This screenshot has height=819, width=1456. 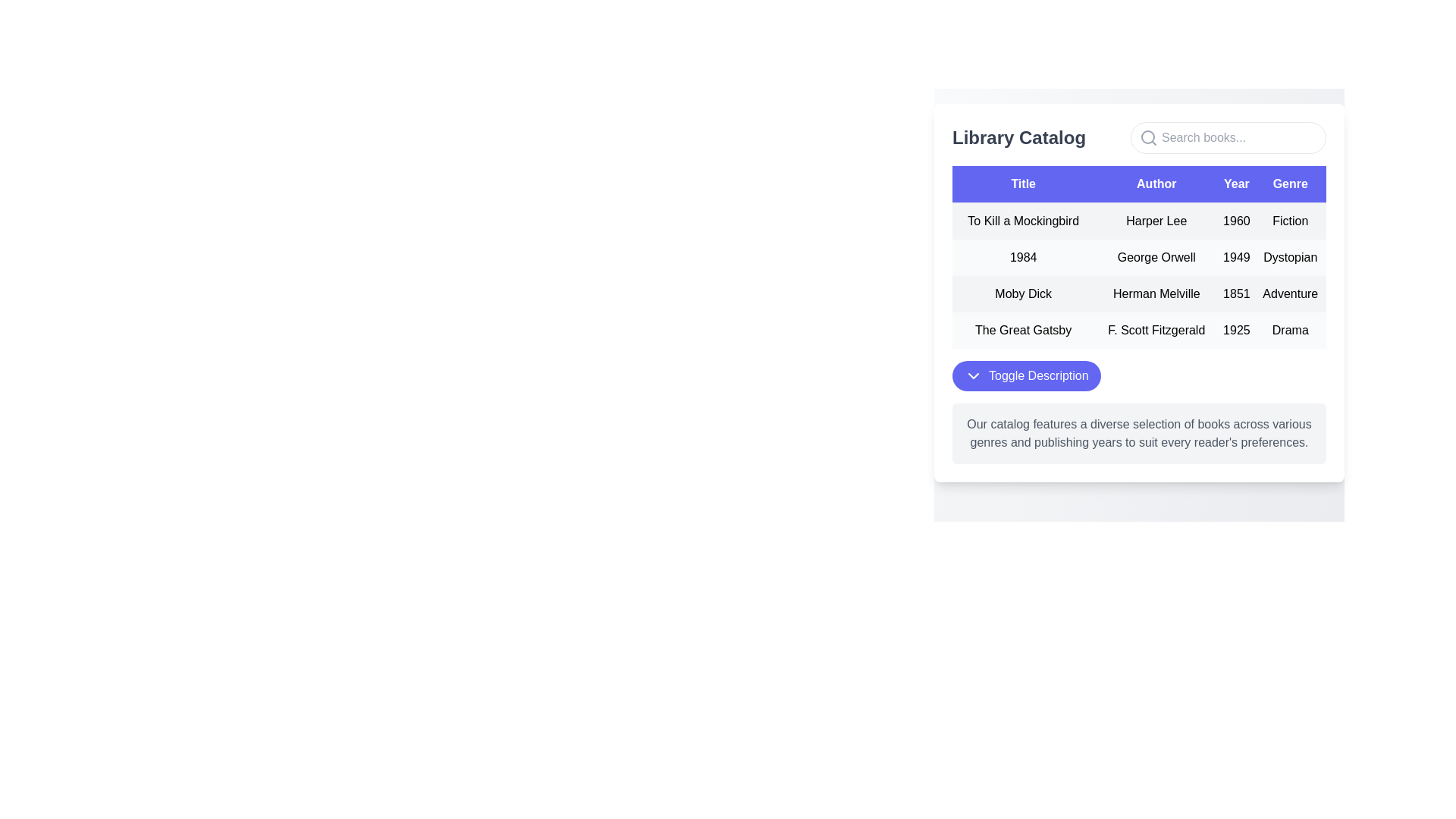 What do you see at coordinates (1139, 329) in the screenshot?
I see `text content of the fourth row in the table under the 'Library Catalog' section, which includes 'The Great Gatsby', 'F. Scott Fitzgerald', '1925', and 'Drama'` at bounding box center [1139, 329].